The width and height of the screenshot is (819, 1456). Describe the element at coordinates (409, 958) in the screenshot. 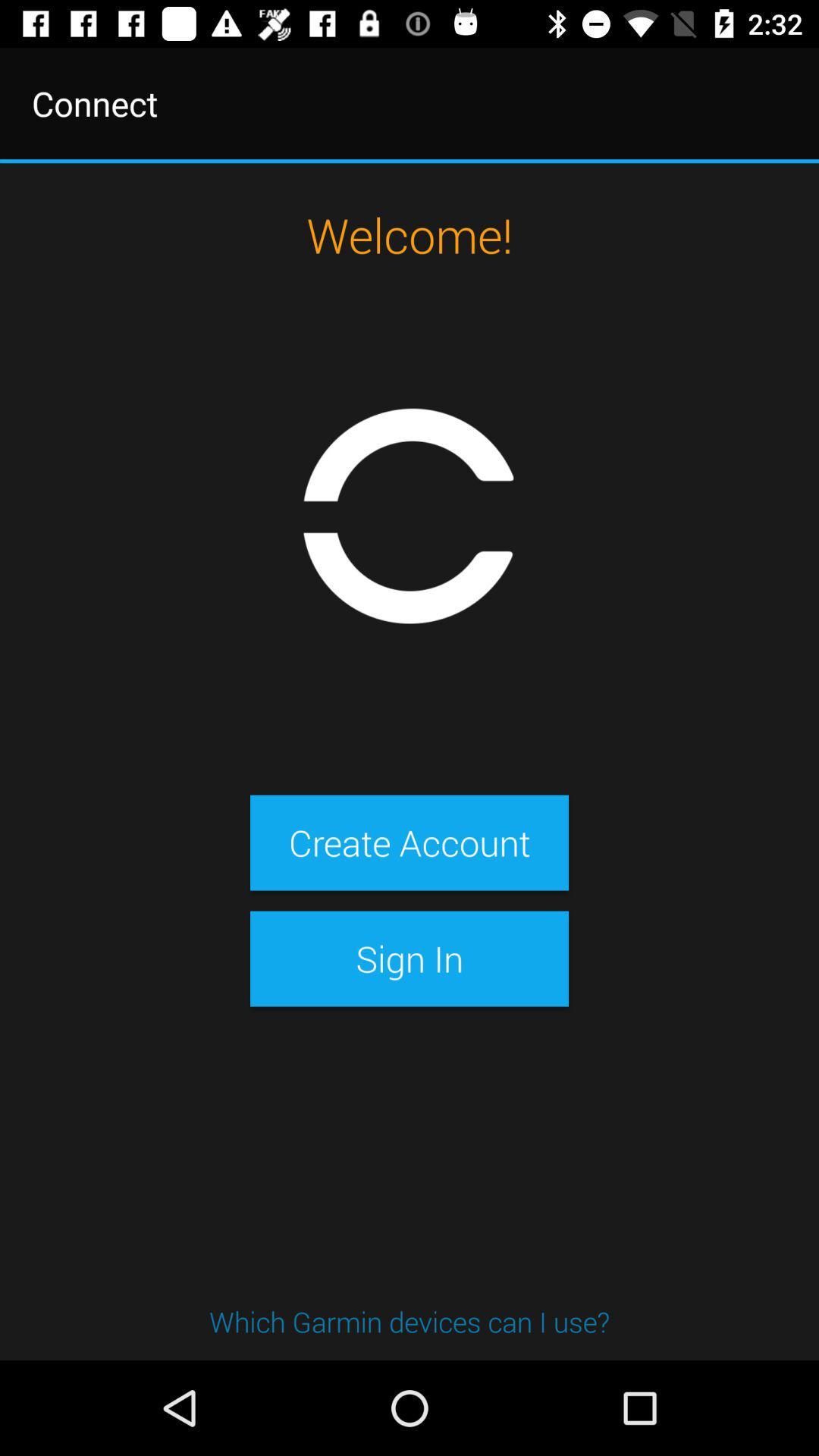

I see `the sign in item` at that location.